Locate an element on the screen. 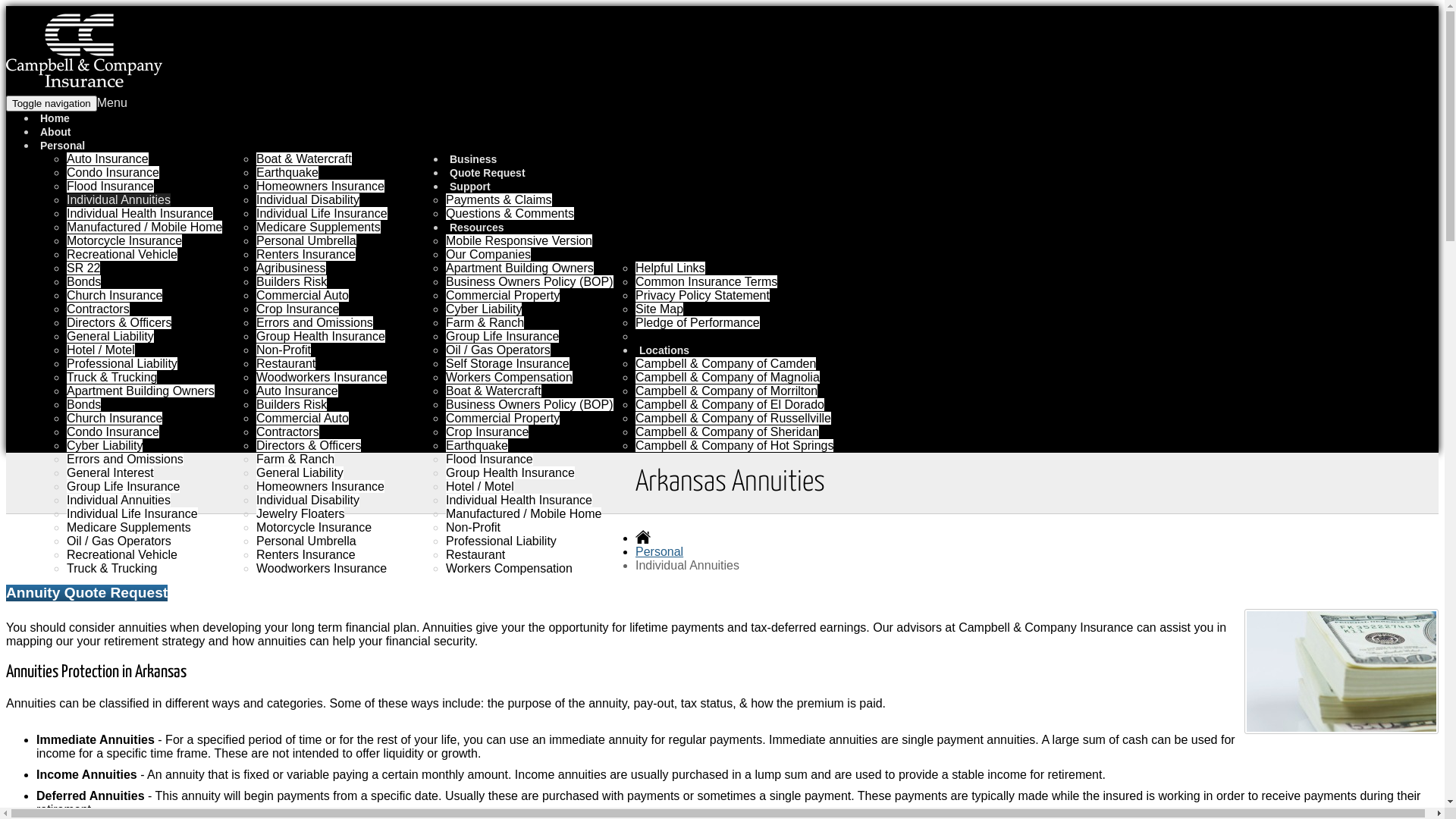  'Site Map' is located at coordinates (659, 308).